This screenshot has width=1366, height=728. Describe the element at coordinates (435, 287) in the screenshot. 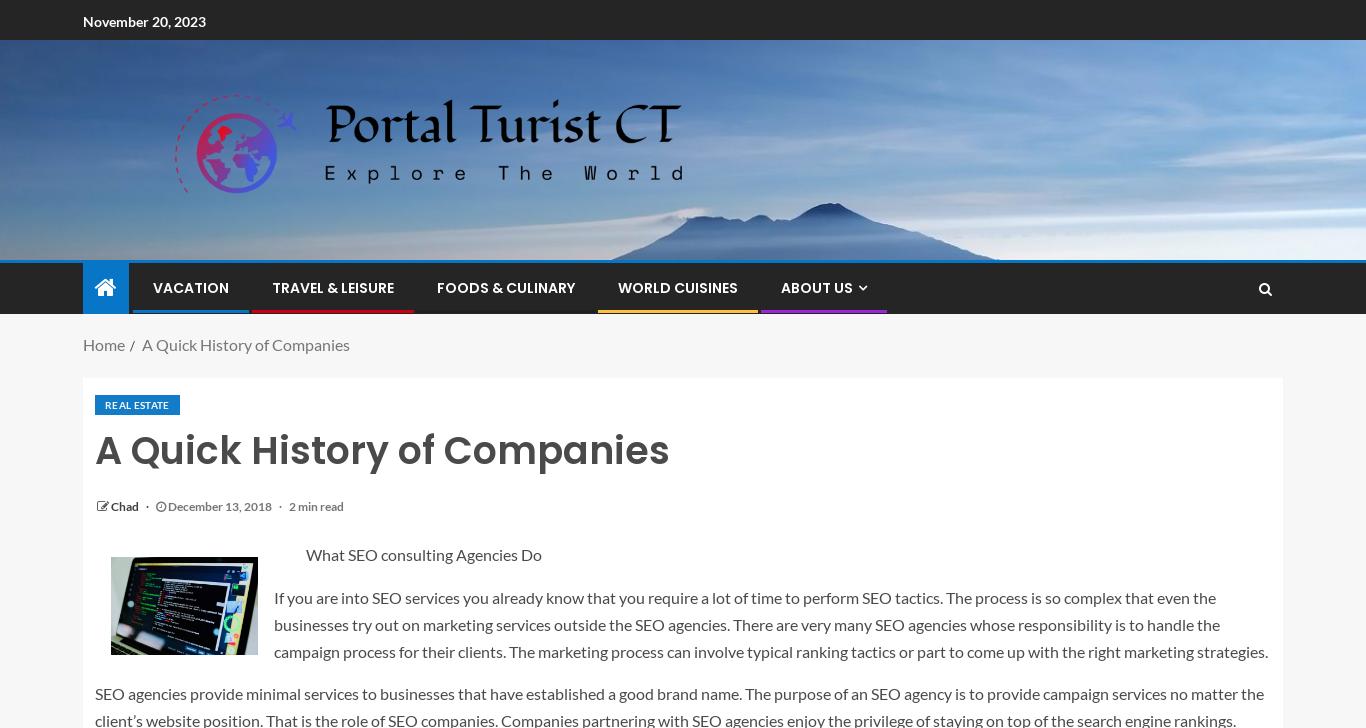

I see `'Foods & Culinary'` at that location.